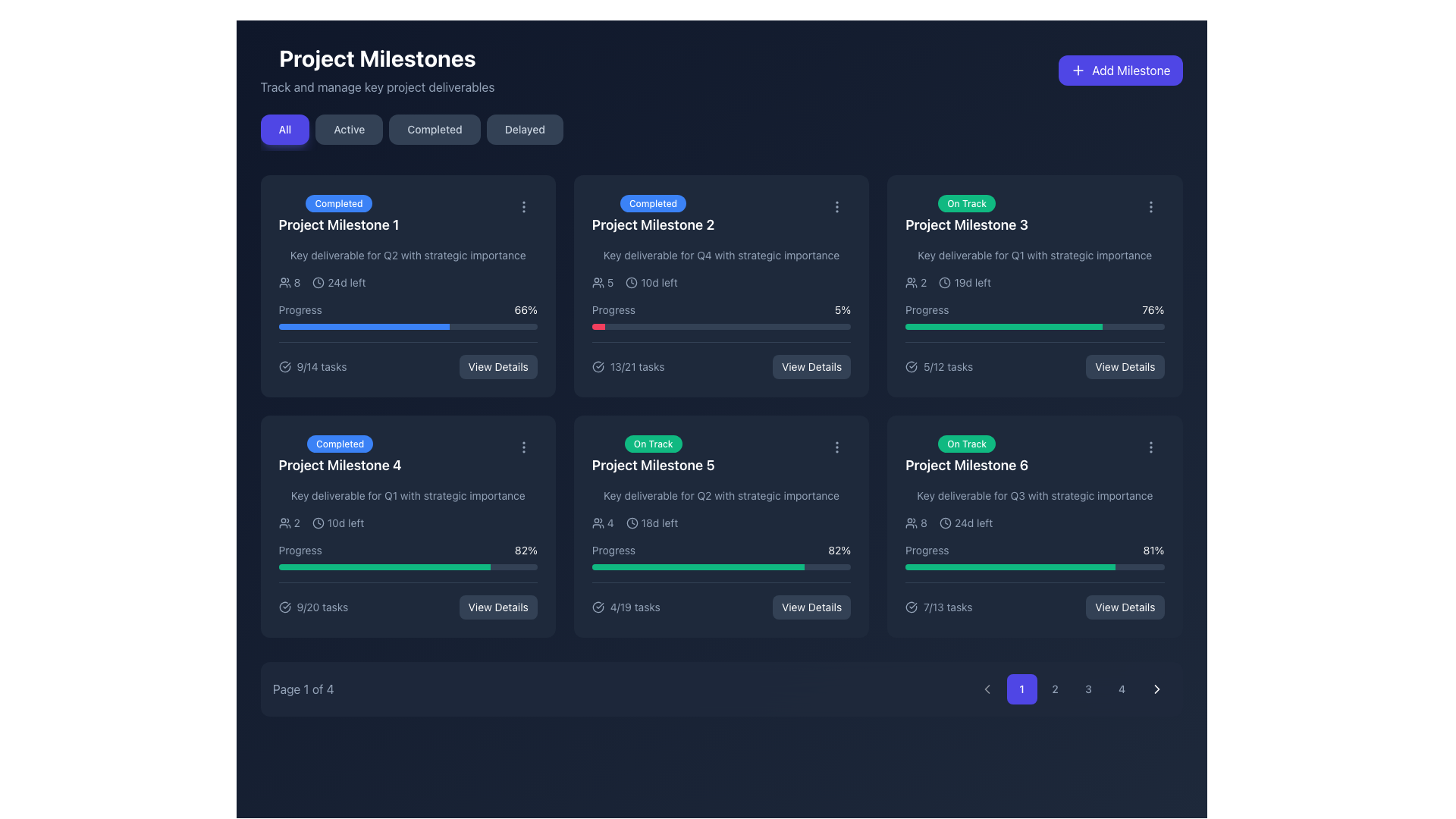 The image size is (1456, 819). What do you see at coordinates (1150, 447) in the screenshot?
I see `the Icon button located in the top-right corner of the 'On Track' card for 'Project Milestone 6'` at bounding box center [1150, 447].